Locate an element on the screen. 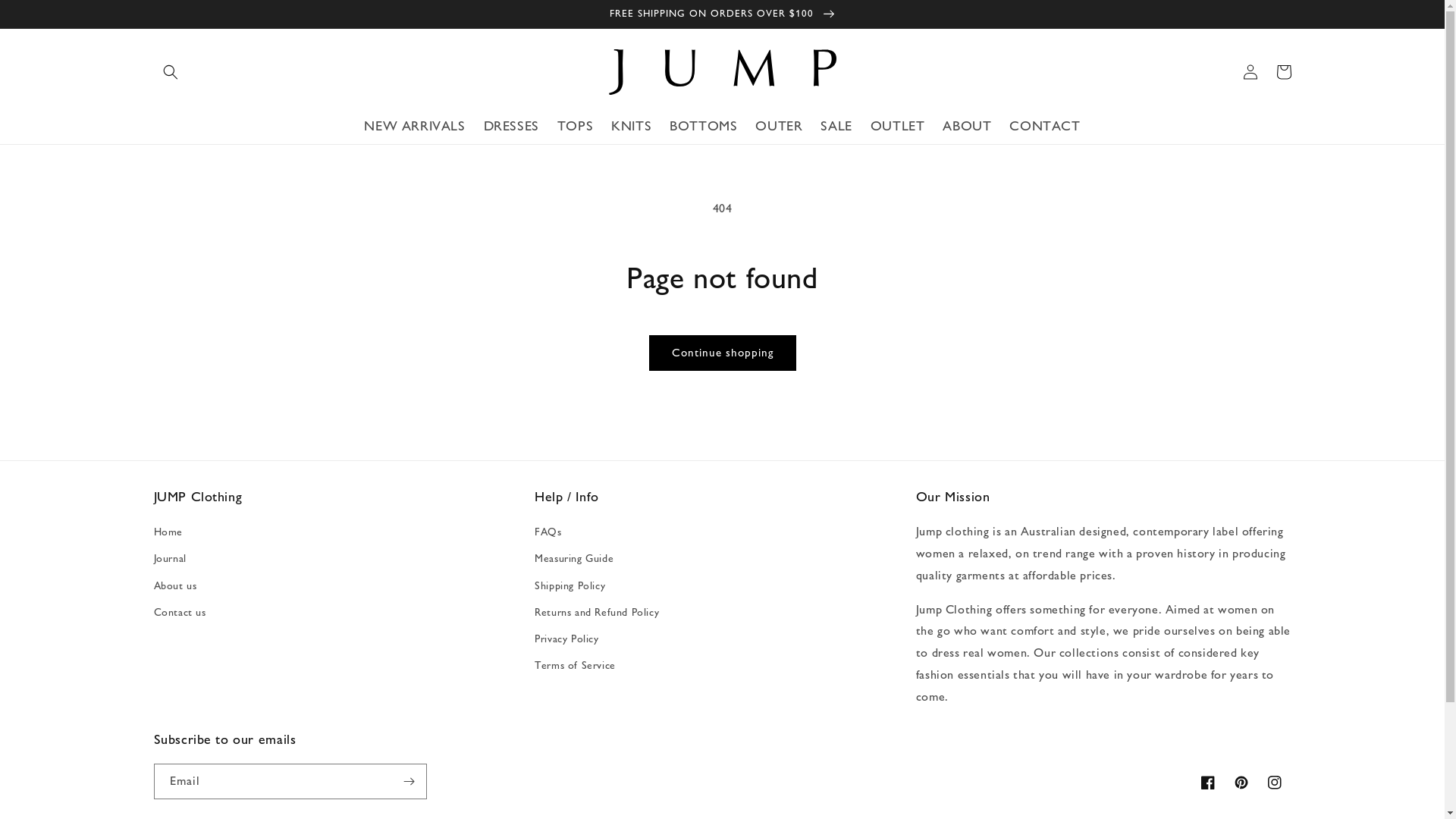 This screenshot has width=1456, height=819. 'Returns and Refund Policy' is located at coordinates (535, 611).